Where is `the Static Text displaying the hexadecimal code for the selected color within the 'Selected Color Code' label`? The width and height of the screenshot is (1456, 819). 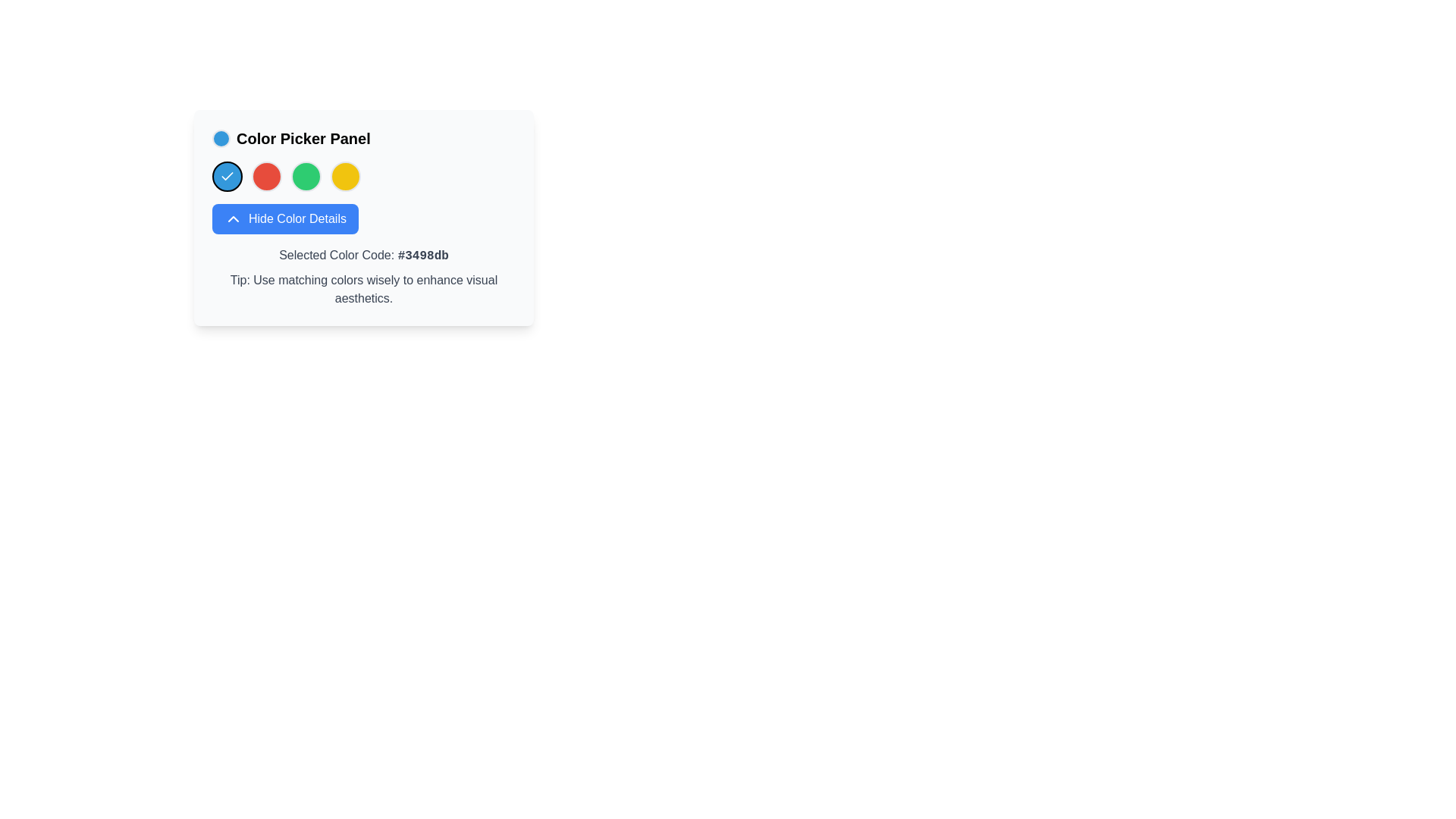 the Static Text displaying the hexadecimal code for the selected color within the 'Selected Color Code' label is located at coordinates (423, 256).